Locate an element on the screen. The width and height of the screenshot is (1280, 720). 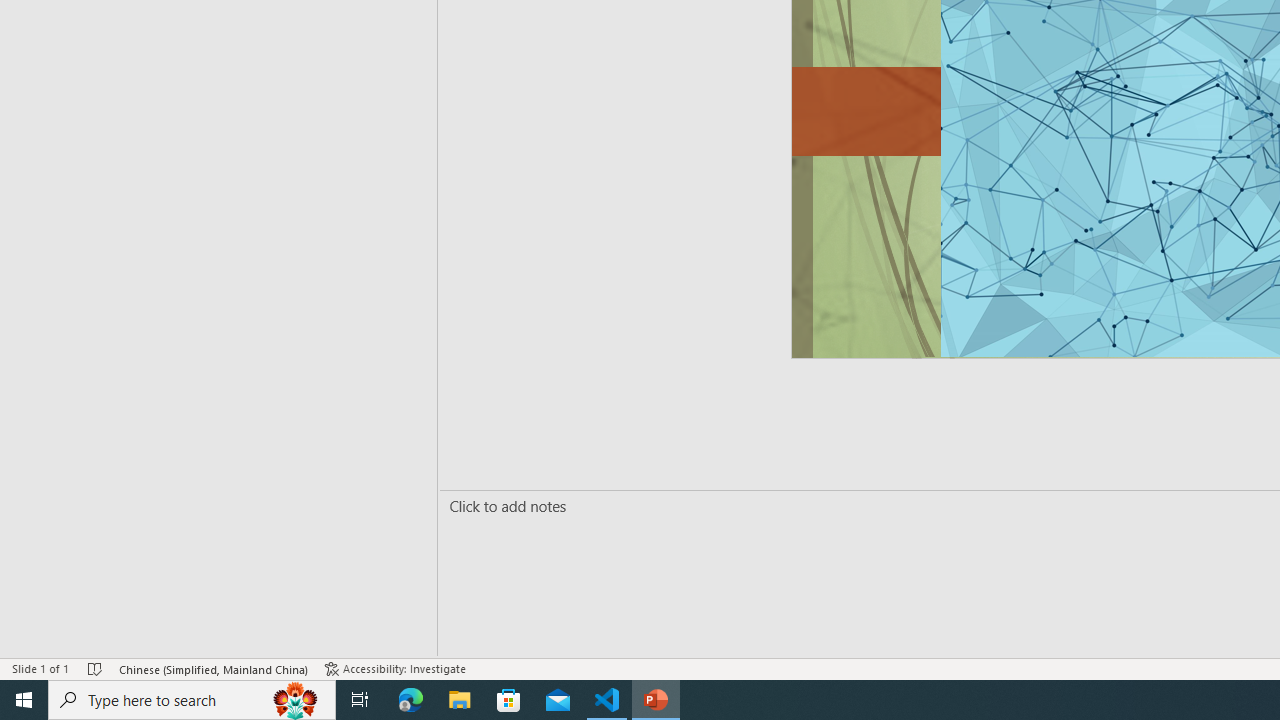
'Accessibility Checker Accessibility: Investigate' is located at coordinates (395, 669).